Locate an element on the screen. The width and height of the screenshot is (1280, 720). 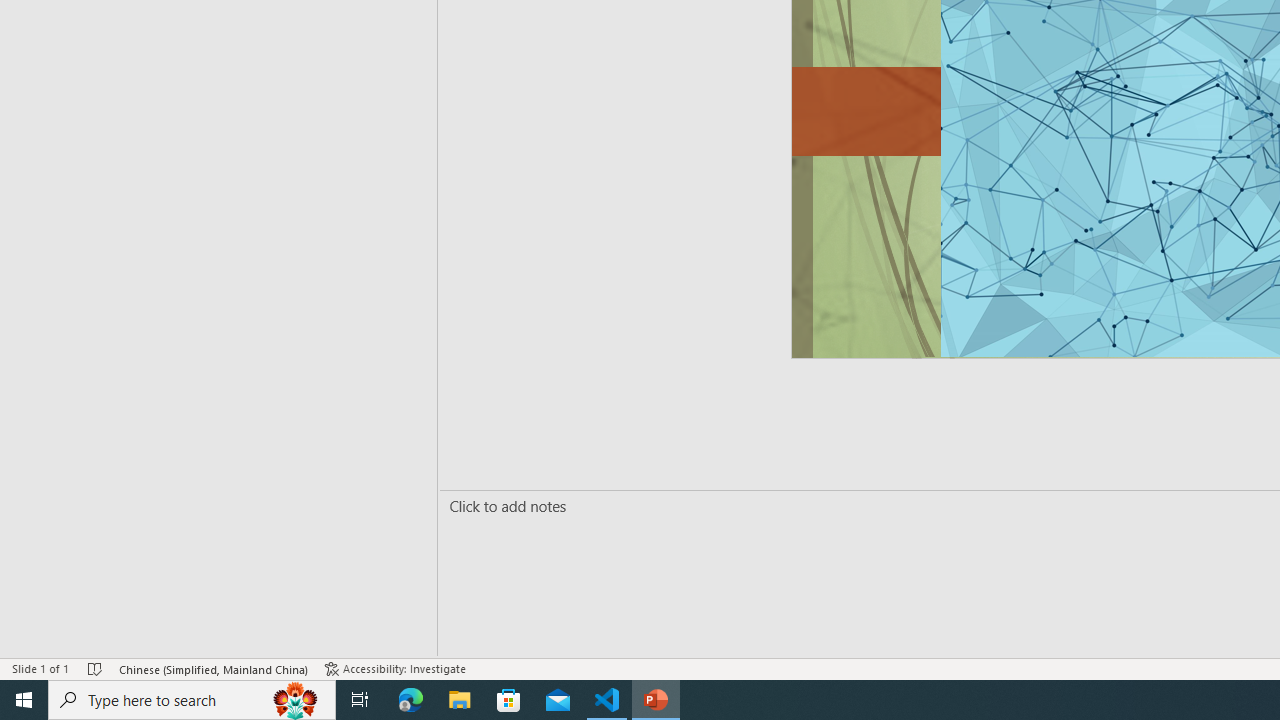
'Accessibility Checker Accessibility: Investigate' is located at coordinates (395, 669).